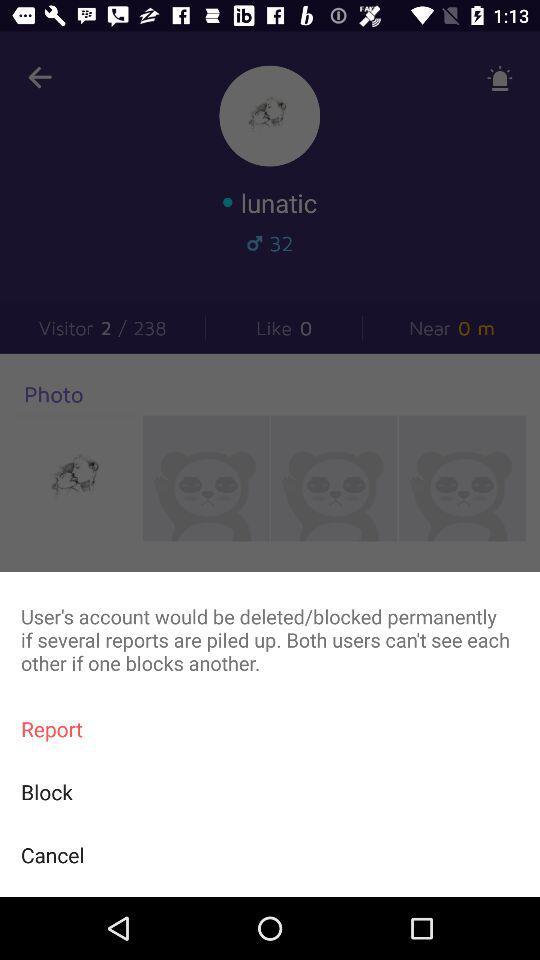 This screenshot has height=960, width=540. Describe the element at coordinates (270, 792) in the screenshot. I see `the block item` at that location.